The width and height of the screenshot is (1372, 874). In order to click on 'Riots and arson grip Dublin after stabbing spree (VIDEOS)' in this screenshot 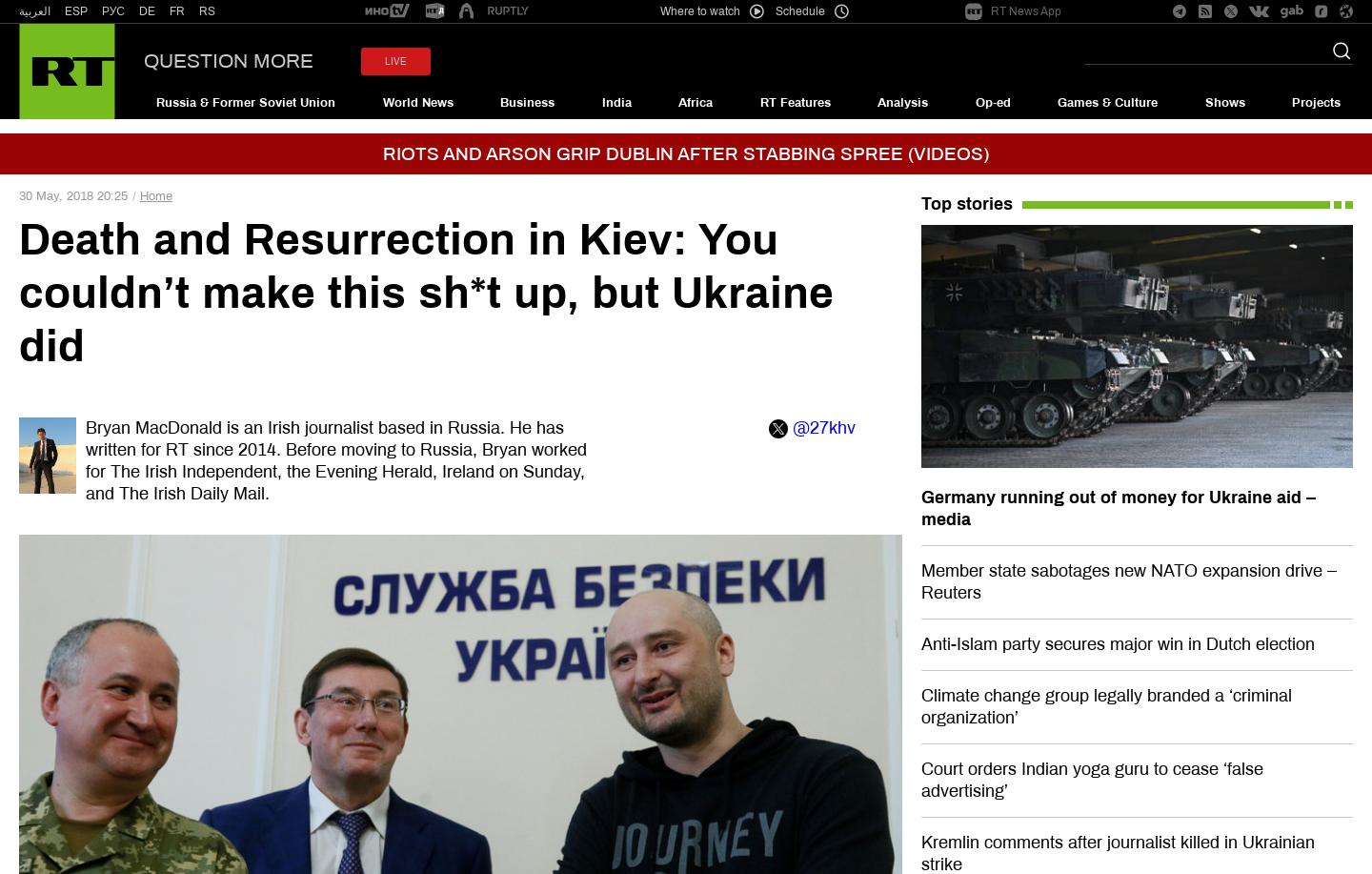, I will do `click(686, 152)`.